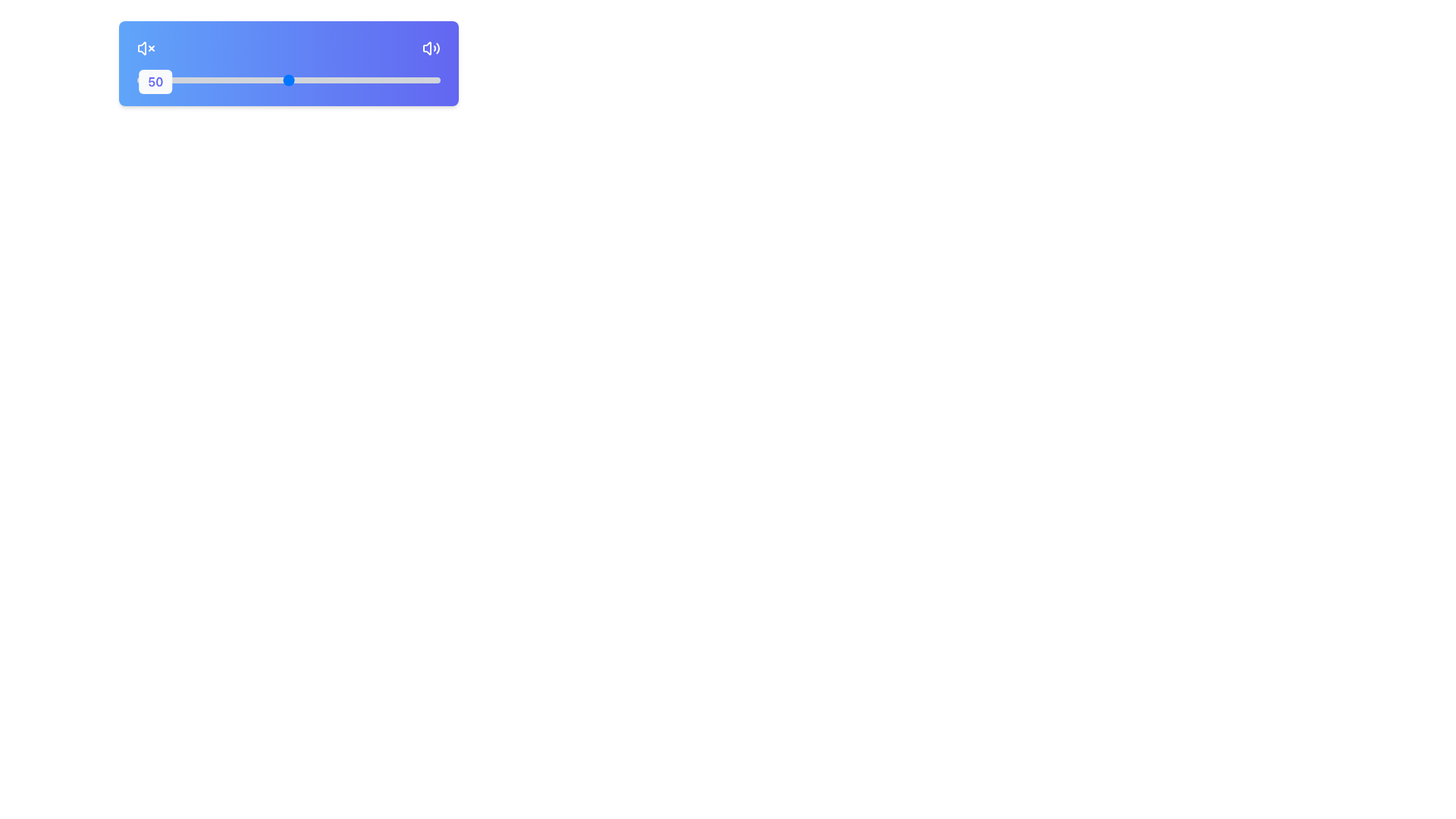 The width and height of the screenshot is (1456, 819). I want to click on the slider, so click(199, 80).